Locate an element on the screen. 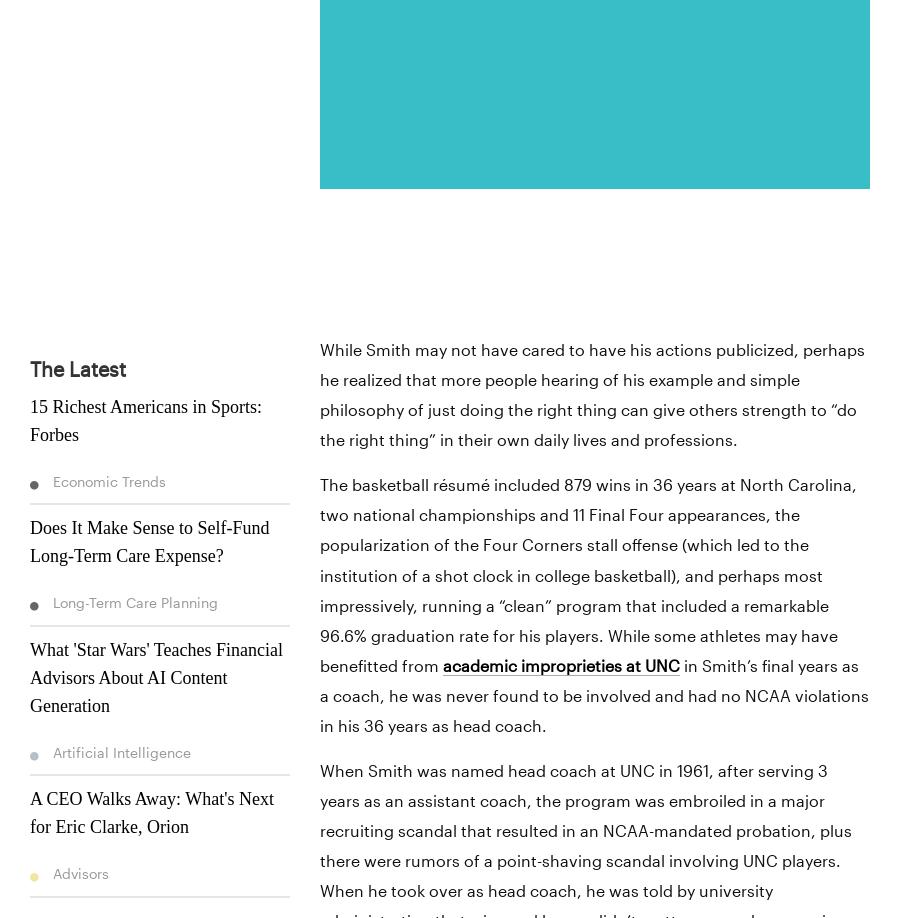 The width and height of the screenshot is (900, 918). '15 Richest Americans in Sports: Forbes' is located at coordinates (145, 419).